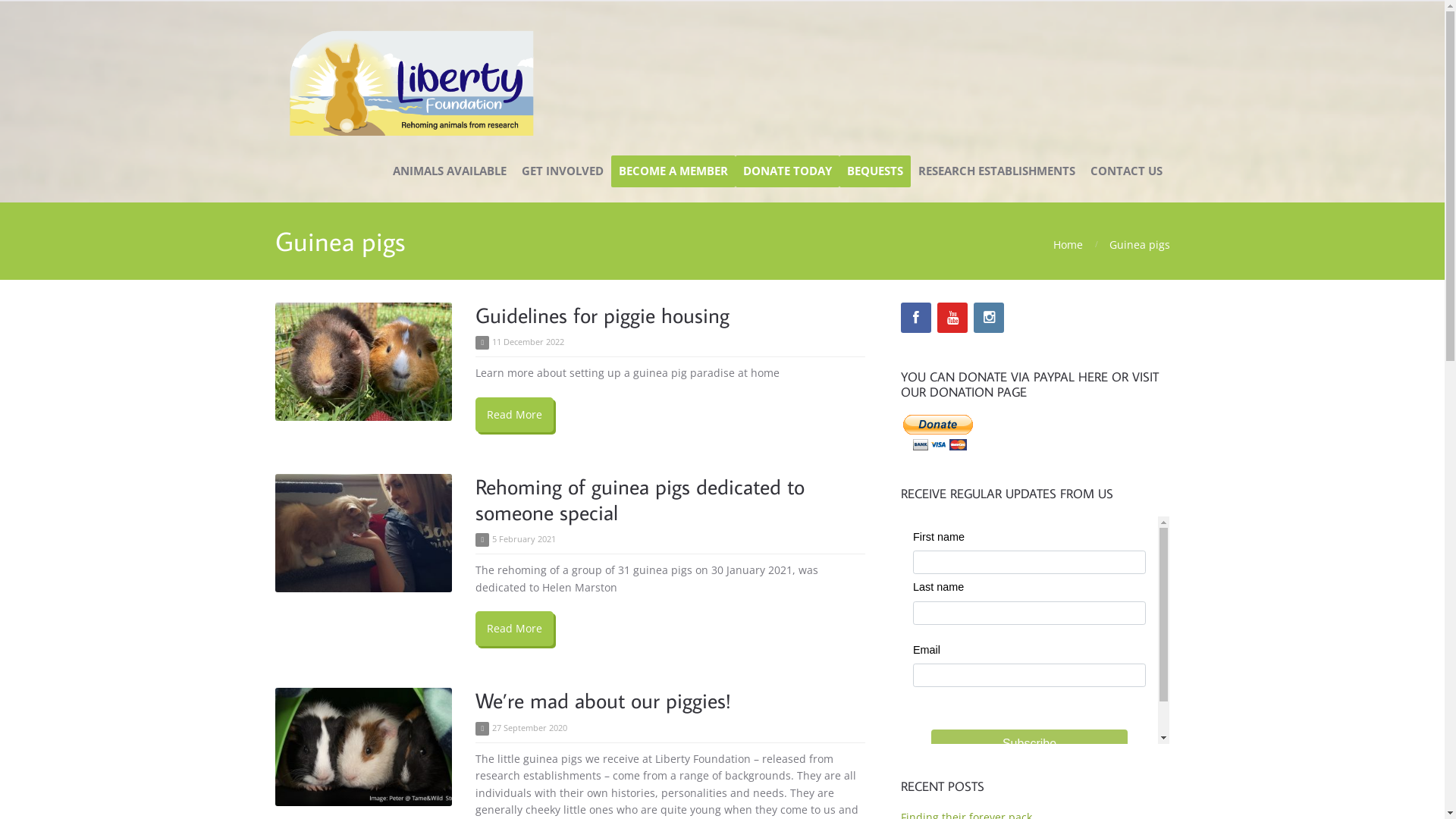 The height and width of the screenshot is (819, 1456). I want to click on 'PayPal - The safer, easier way to pay online!', so click(937, 432).